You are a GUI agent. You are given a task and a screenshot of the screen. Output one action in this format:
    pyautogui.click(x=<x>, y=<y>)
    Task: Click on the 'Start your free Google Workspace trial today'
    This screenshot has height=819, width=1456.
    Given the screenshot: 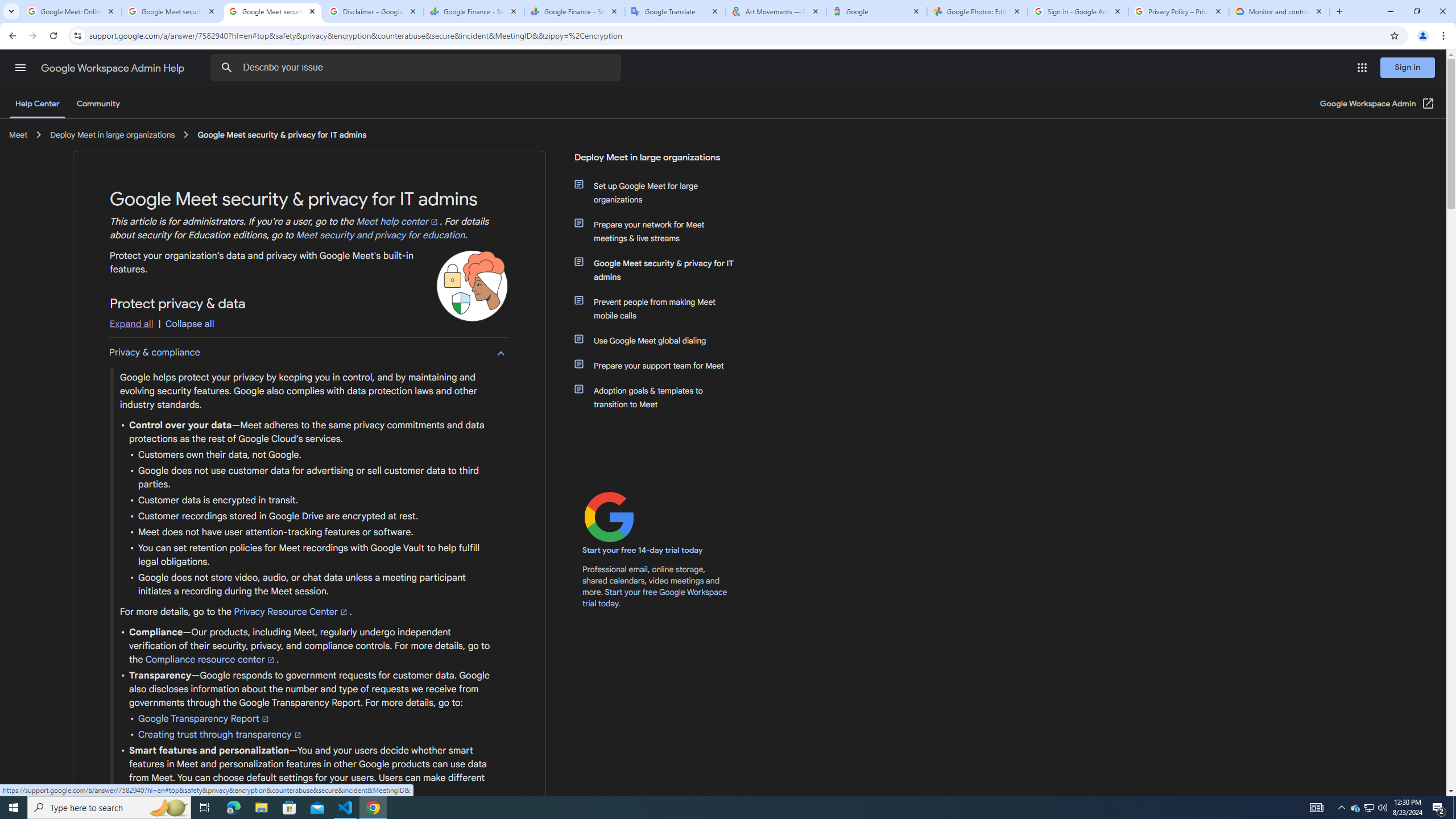 What is the action you would take?
    pyautogui.click(x=655, y=597)
    